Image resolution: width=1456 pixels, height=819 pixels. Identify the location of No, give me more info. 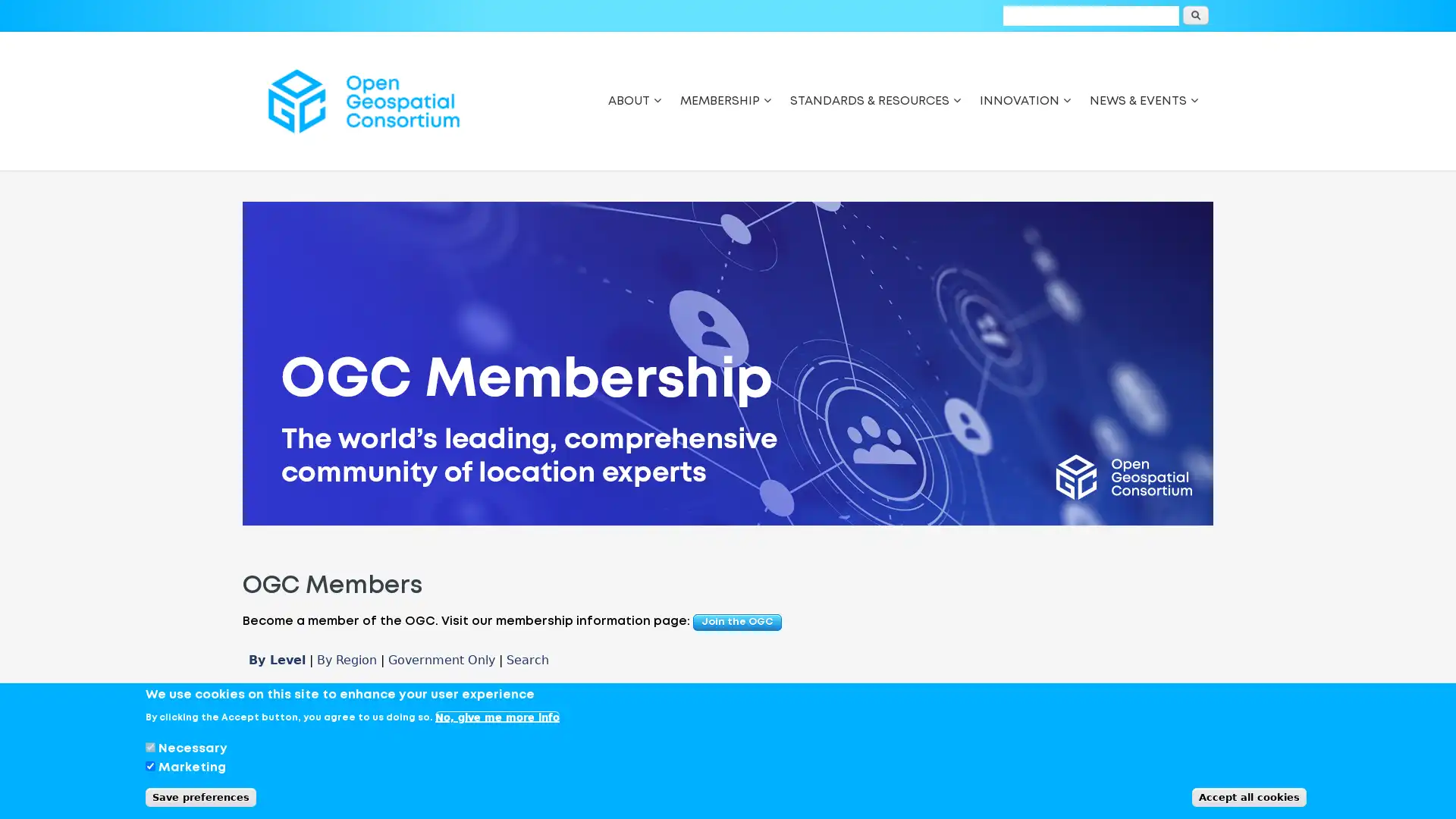
(497, 717).